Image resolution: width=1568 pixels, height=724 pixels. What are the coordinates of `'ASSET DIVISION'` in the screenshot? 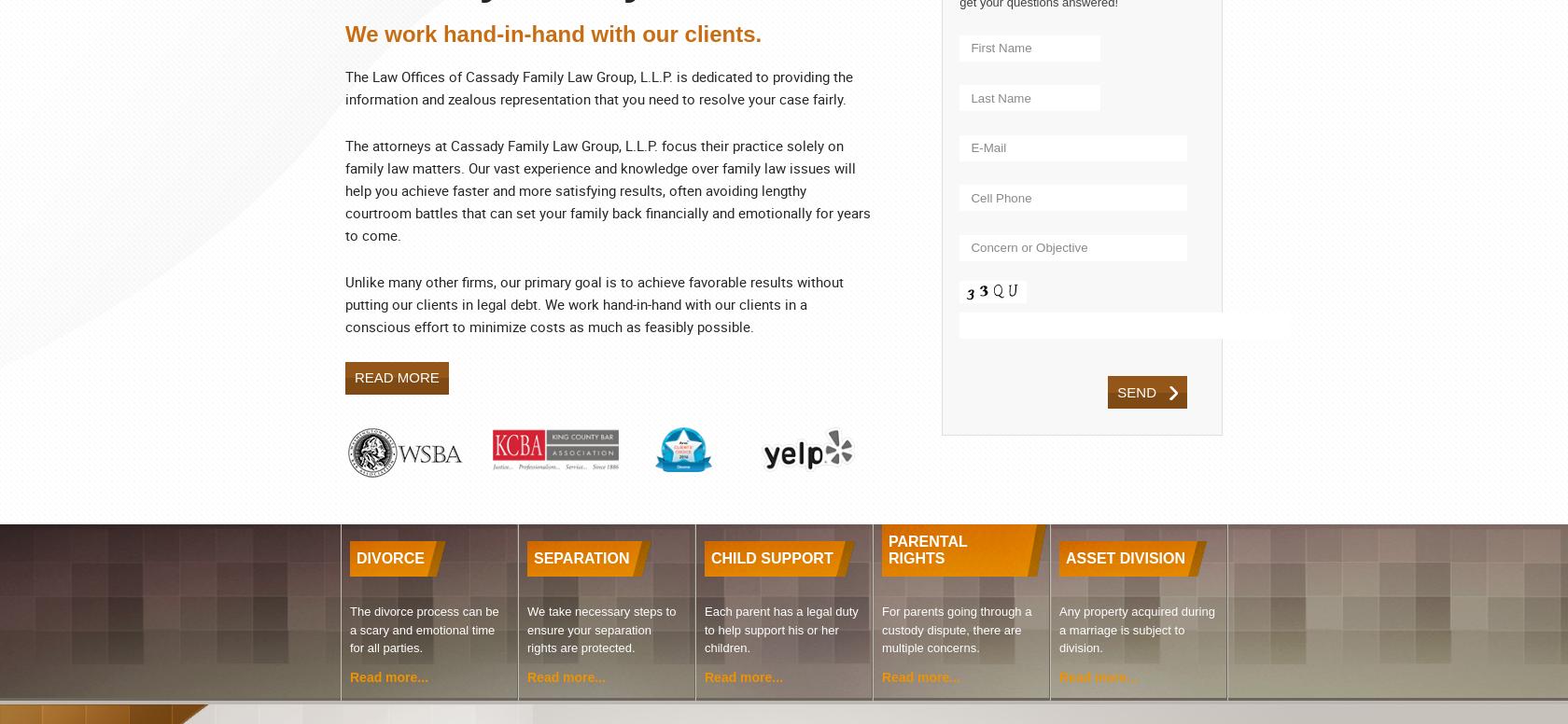 It's located at (1126, 558).